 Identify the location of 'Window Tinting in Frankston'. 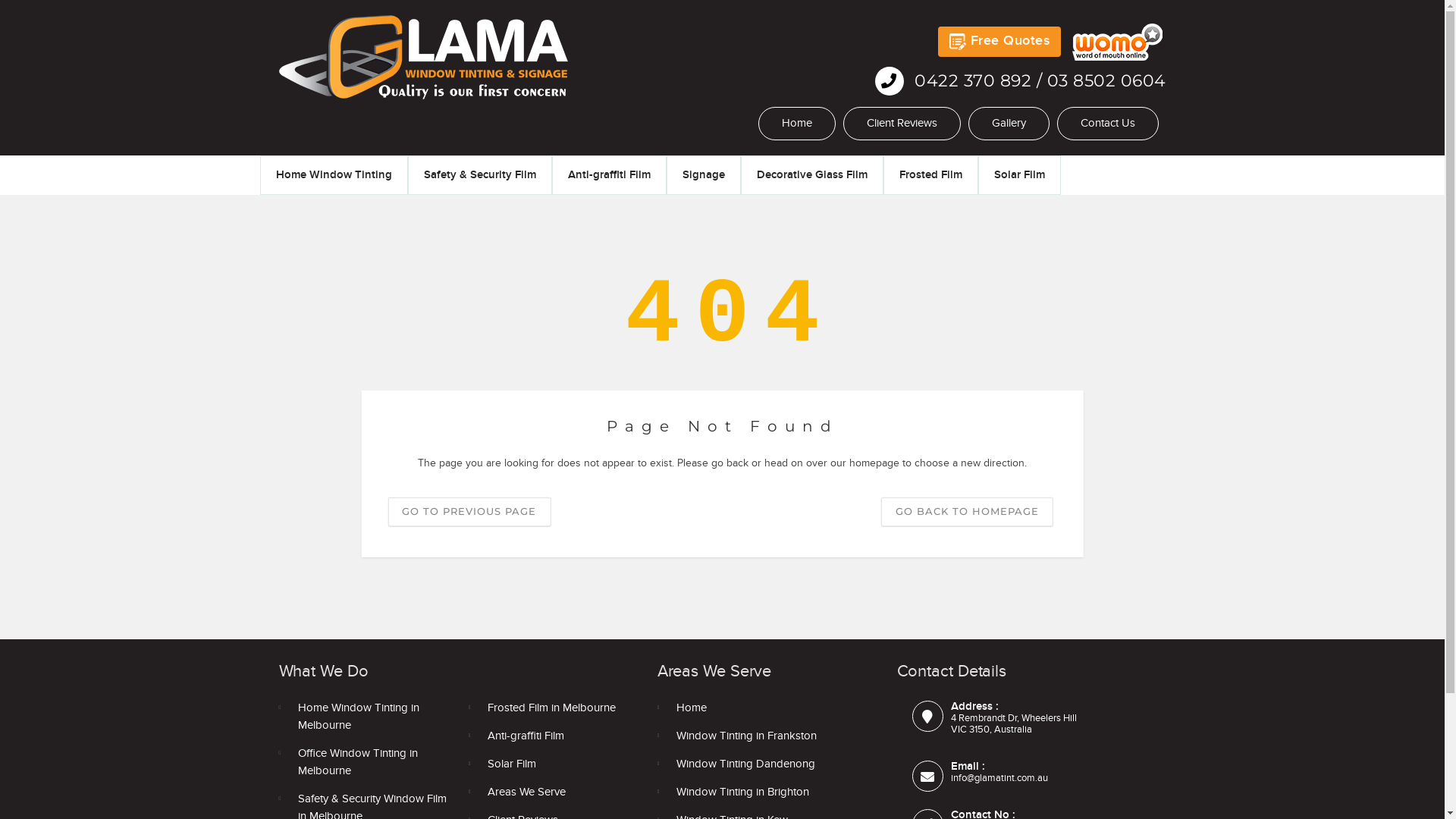
(759, 736).